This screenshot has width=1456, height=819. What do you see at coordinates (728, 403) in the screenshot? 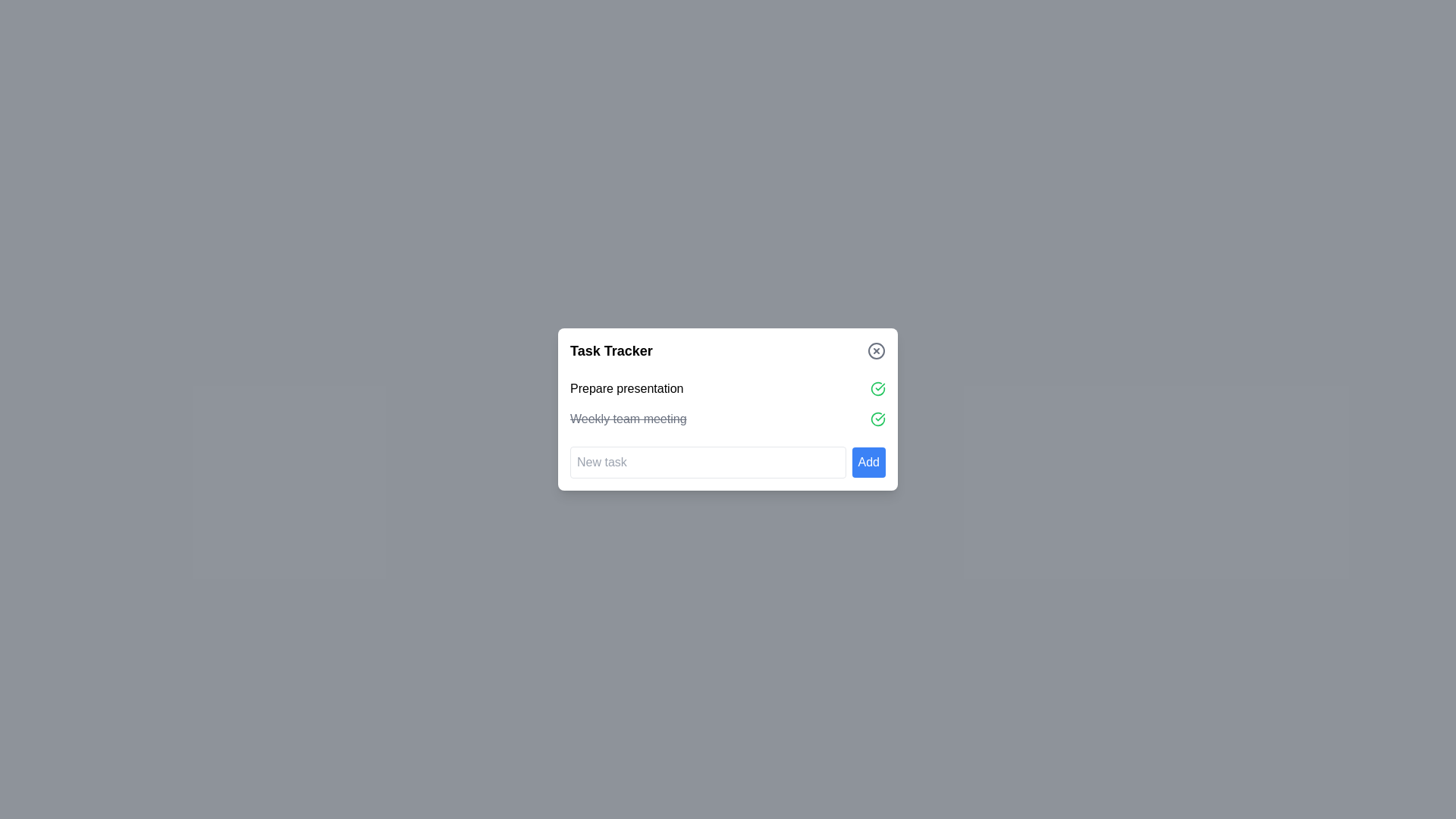
I see `the checkmark in the first task list item group of the 'Task Tracker' dialog` at bounding box center [728, 403].